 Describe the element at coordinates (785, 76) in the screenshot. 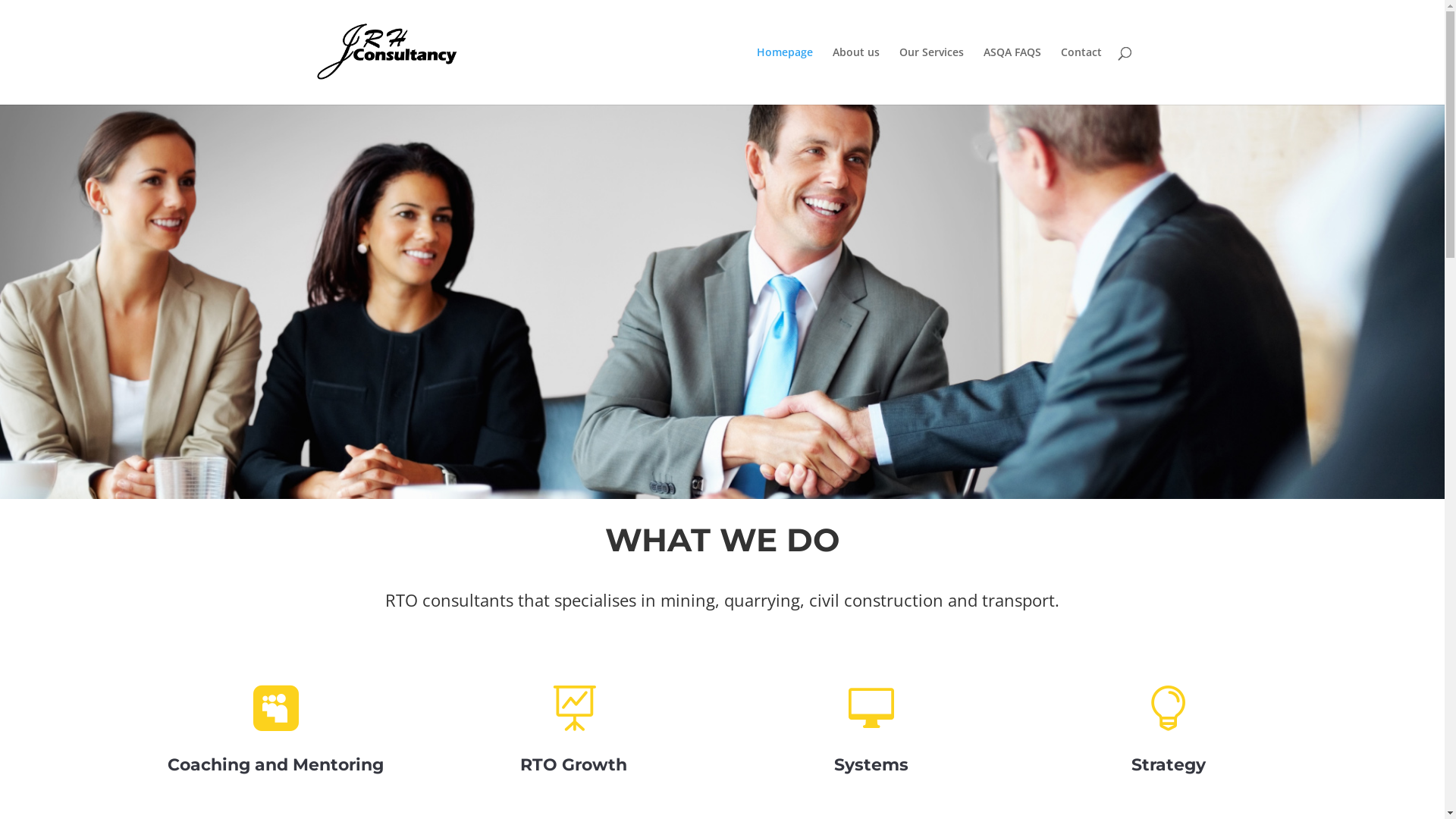

I see `'Homepage'` at that location.